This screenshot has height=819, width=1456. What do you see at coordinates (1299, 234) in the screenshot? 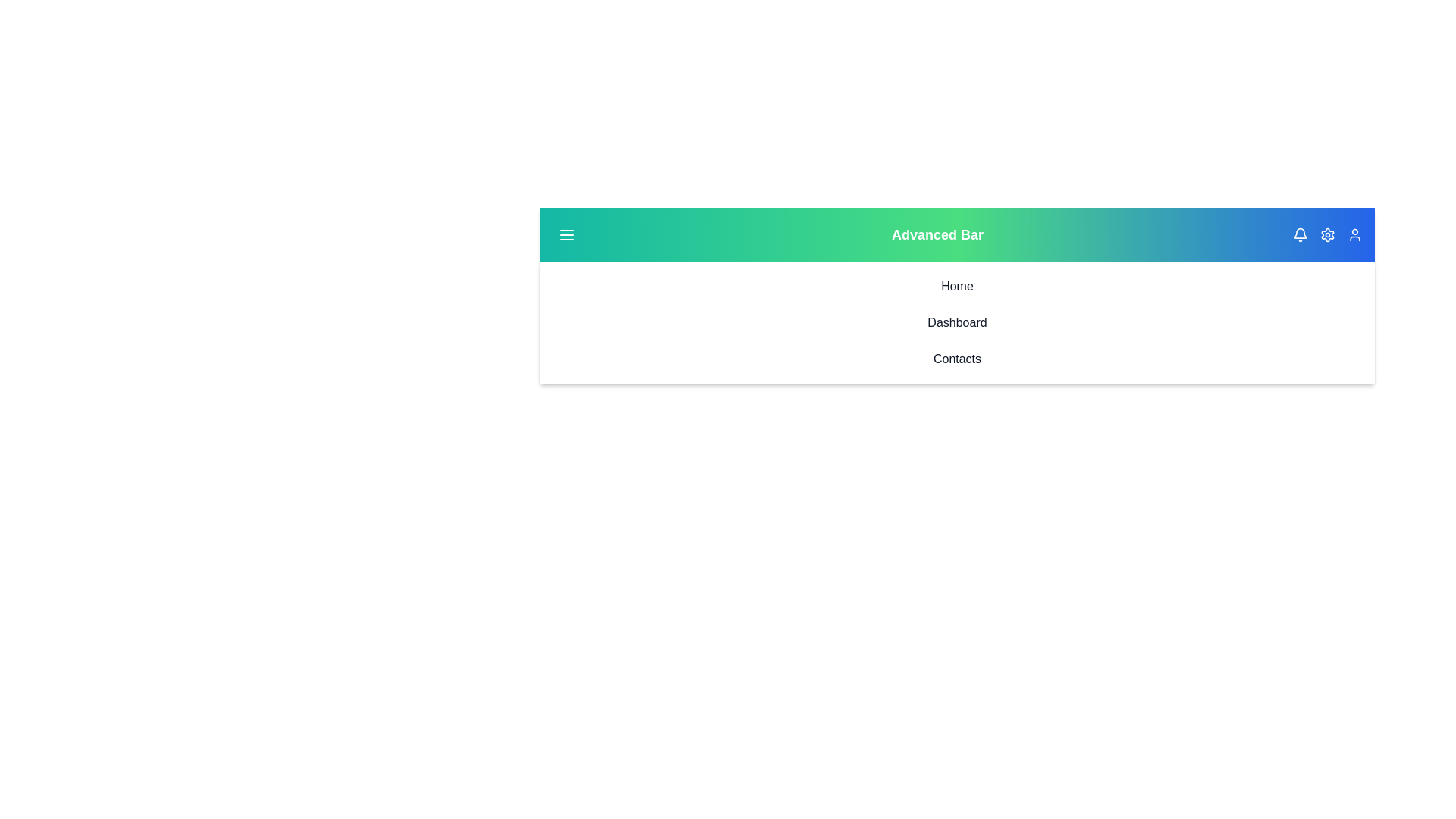
I see `the bell icon to access the notification panel` at bounding box center [1299, 234].